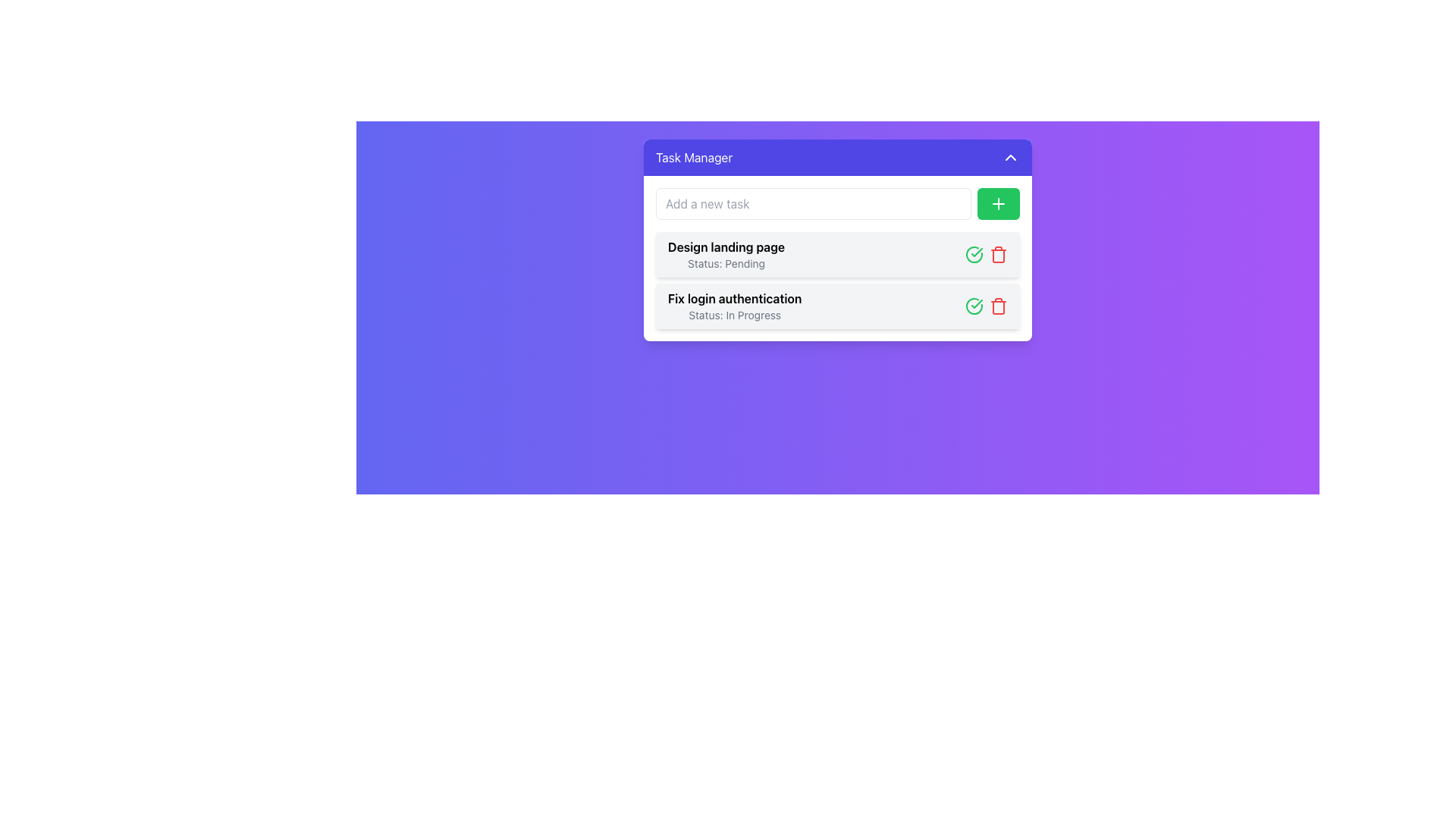 Image resolution: width=1456 pixels, height=819 pixels. I want to click on information displayed in the Text Label showing 'Status: Pending', which is styled in a small gray font and located below the 'Design landing page' label in the task manager interface, so click(726, 262).